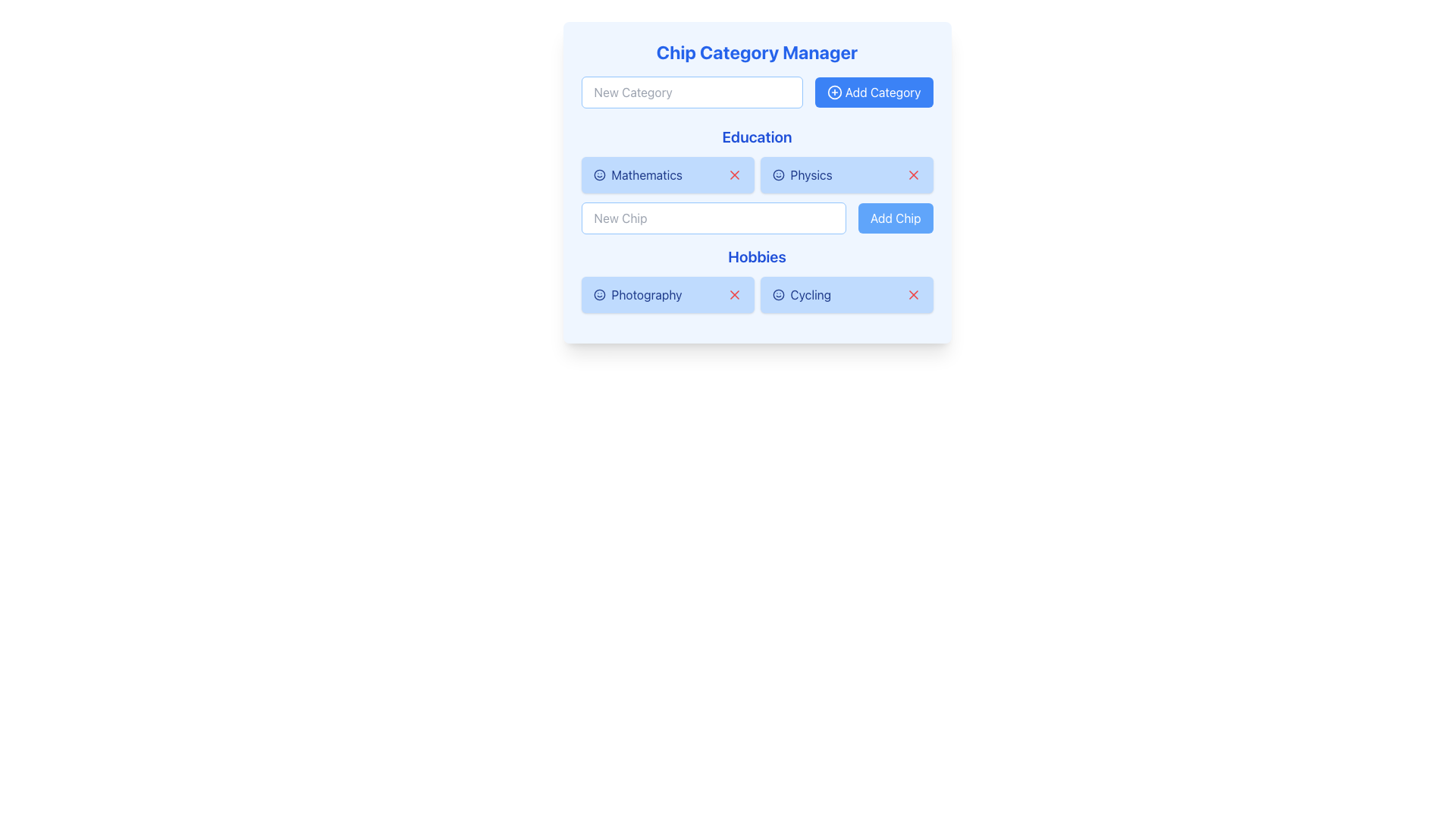  Describe the element at coordinates (667, 174) in the screenshot. I see `to select the button-like chip component labeled 'Mathematics' with a light blue background and dark blue text` at that location.